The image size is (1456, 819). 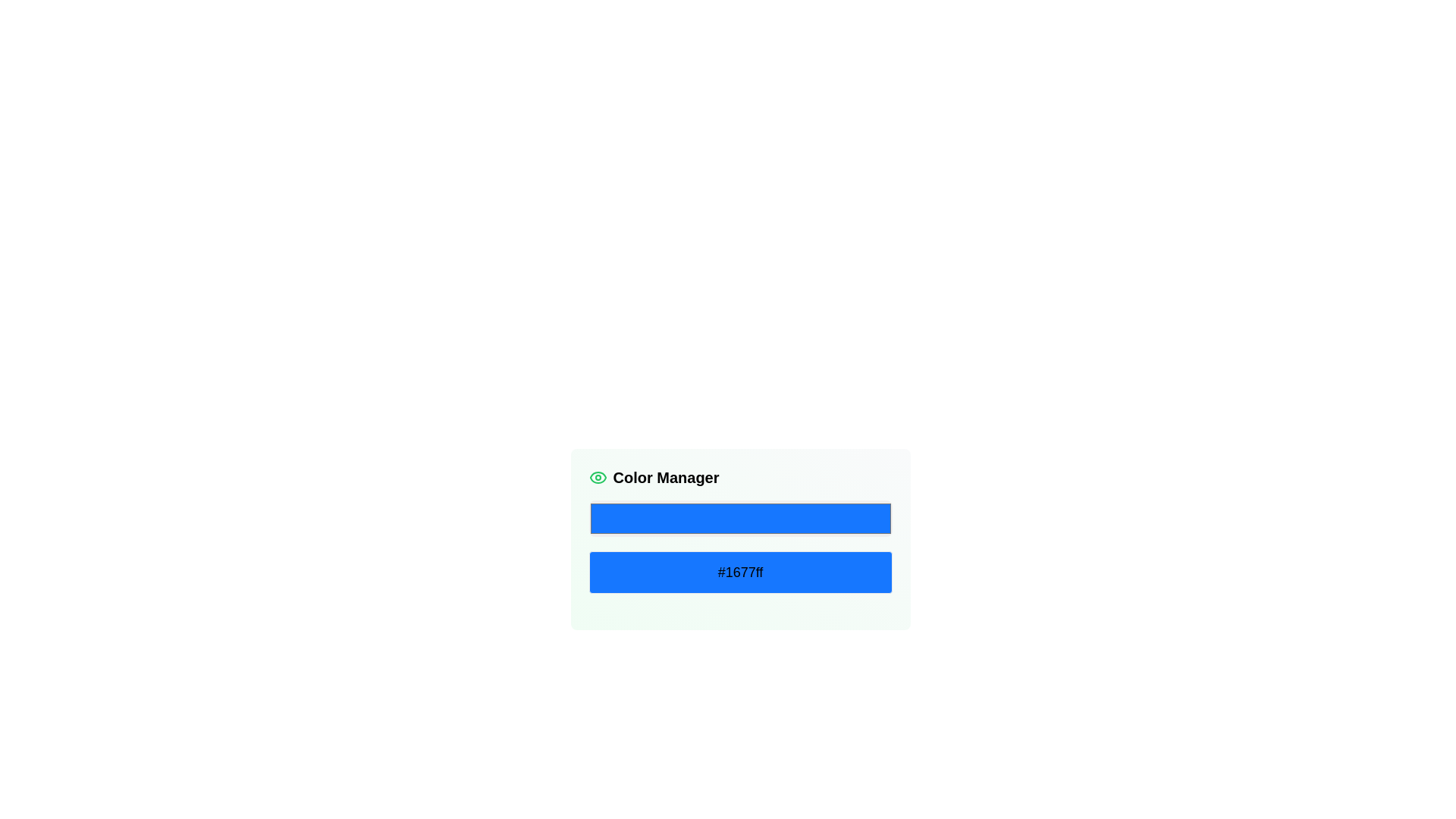 I want to click on the blue button-like informational display showing the text '#1677ff', located at the bottom of the 'Color Manager' component group, so click(x=740, y=573).